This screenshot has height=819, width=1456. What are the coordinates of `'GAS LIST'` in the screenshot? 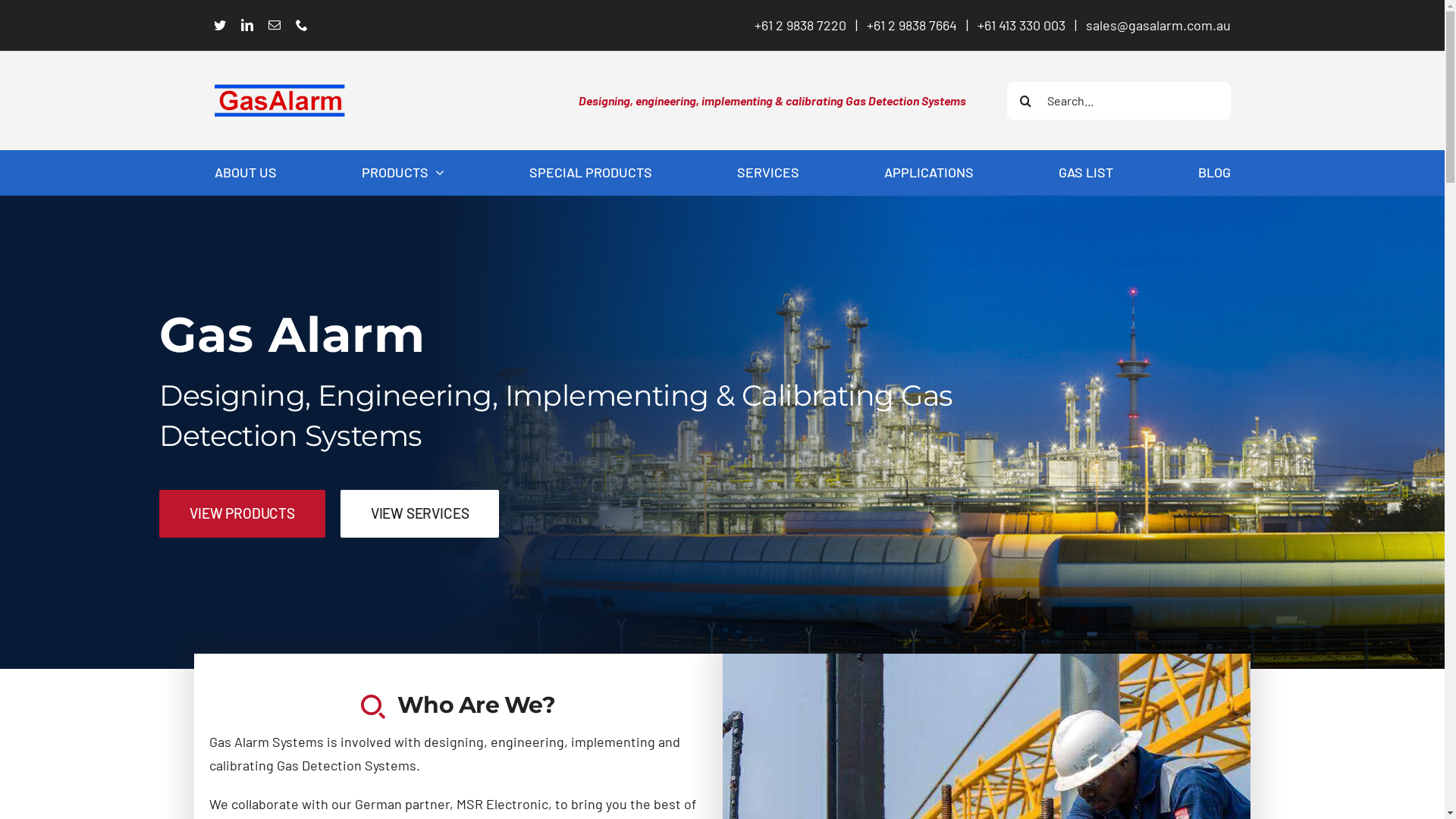 It's located at (1084, 171).